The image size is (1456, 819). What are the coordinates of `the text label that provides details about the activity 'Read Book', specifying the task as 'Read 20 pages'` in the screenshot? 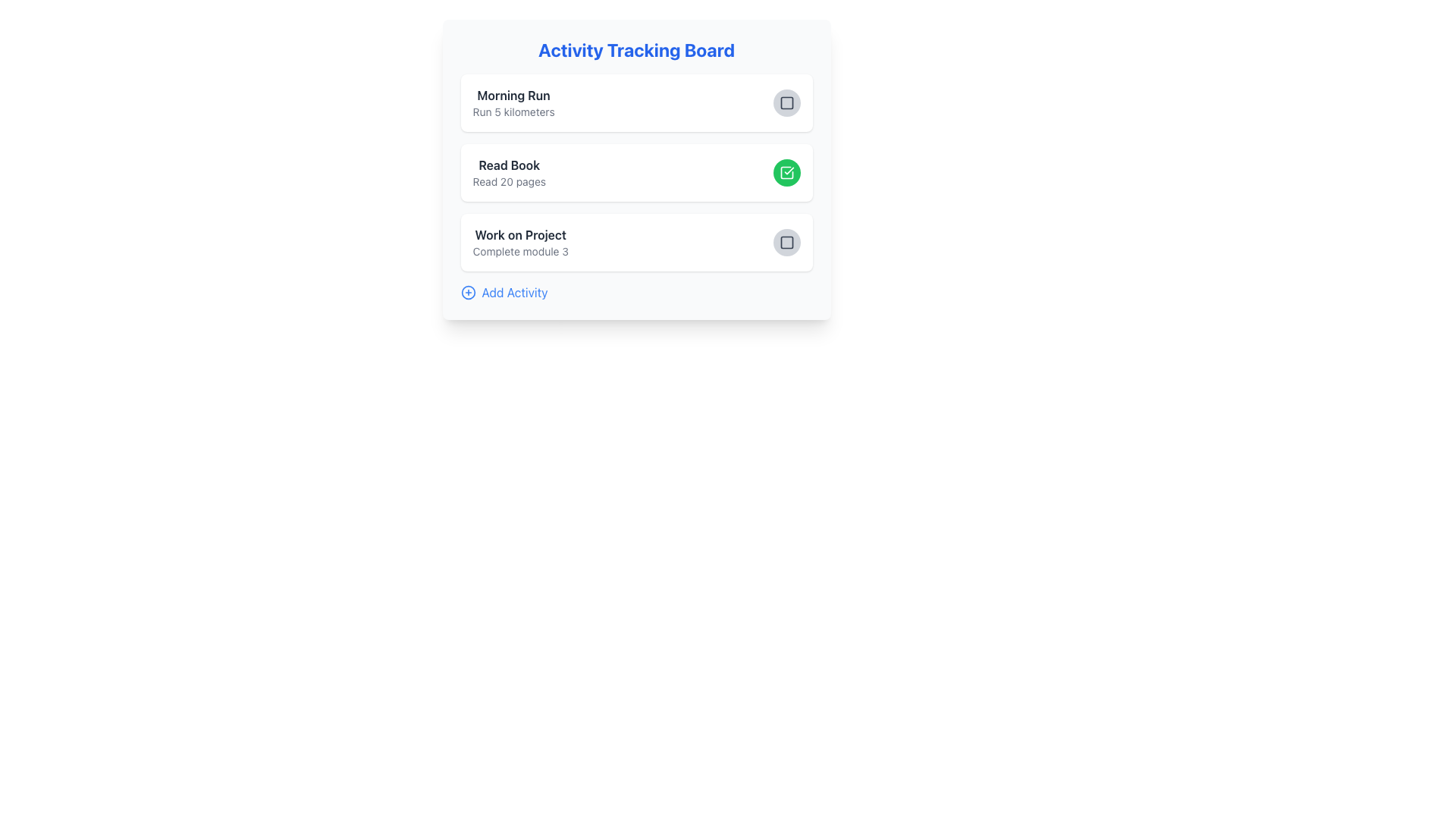 It's located at (509, 180).